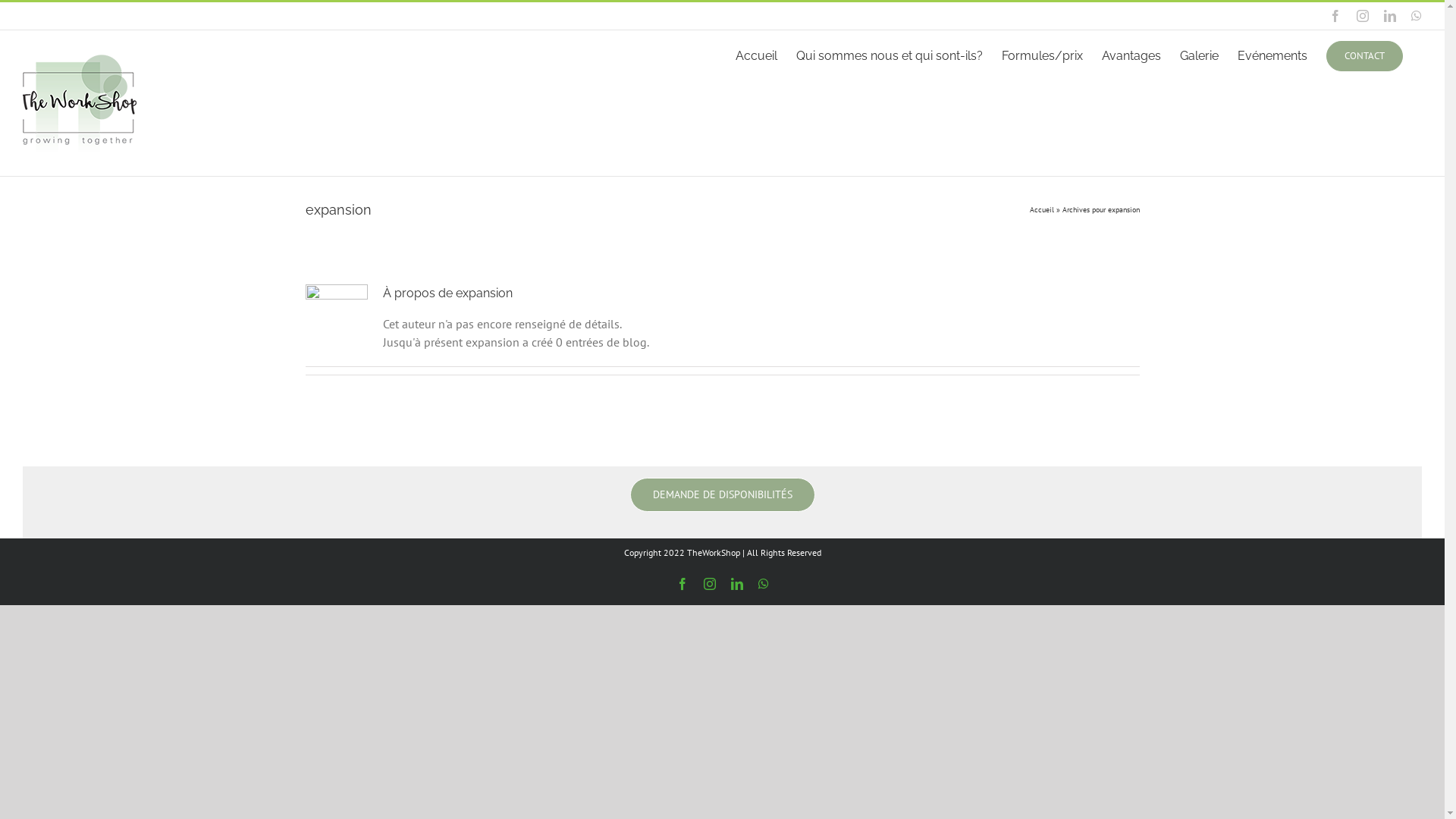  I want to click on 'Qui sommes nous et qui sont-ils?', so click(889, 54).